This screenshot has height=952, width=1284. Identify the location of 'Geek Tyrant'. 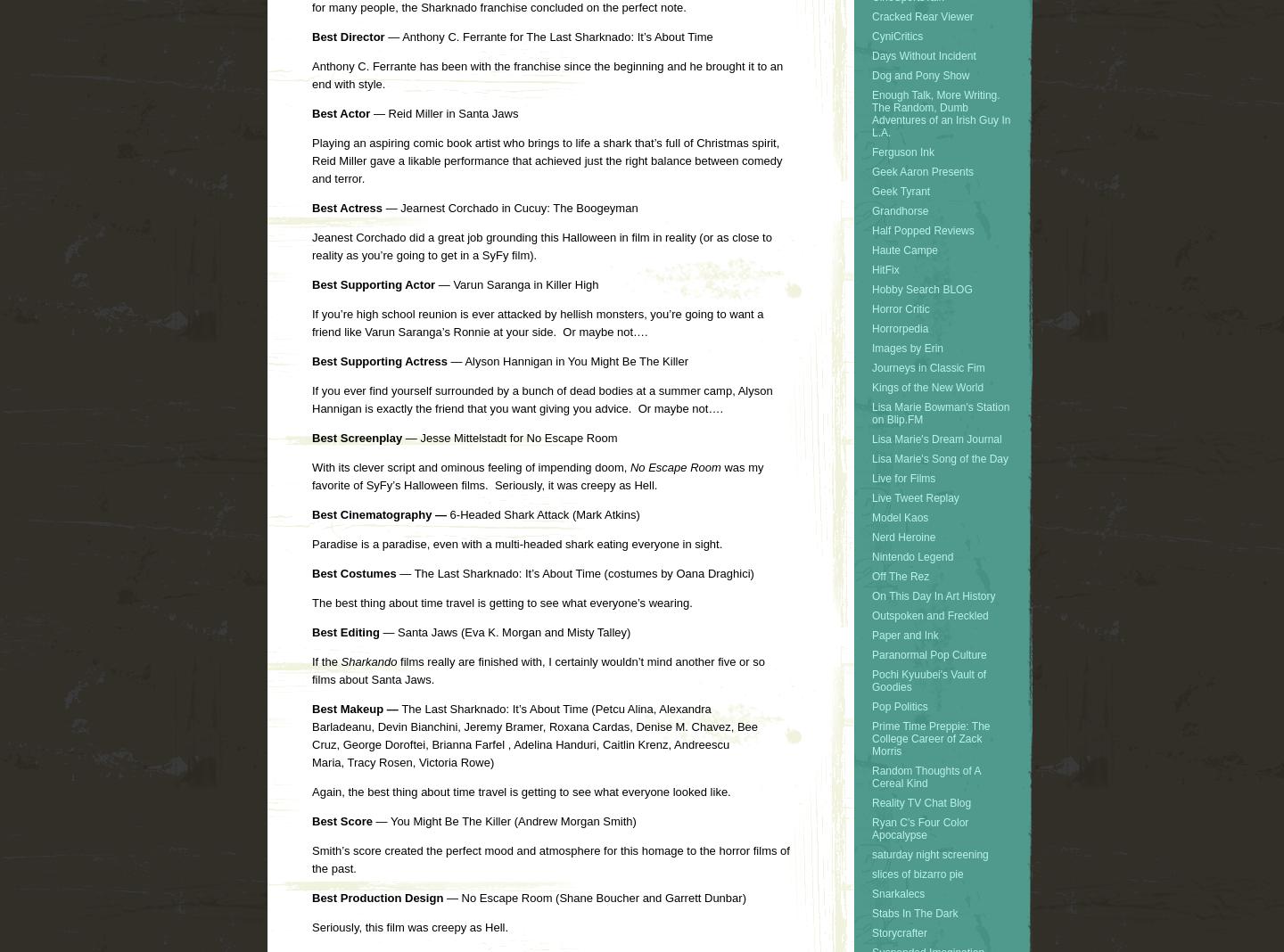
(871, 191).